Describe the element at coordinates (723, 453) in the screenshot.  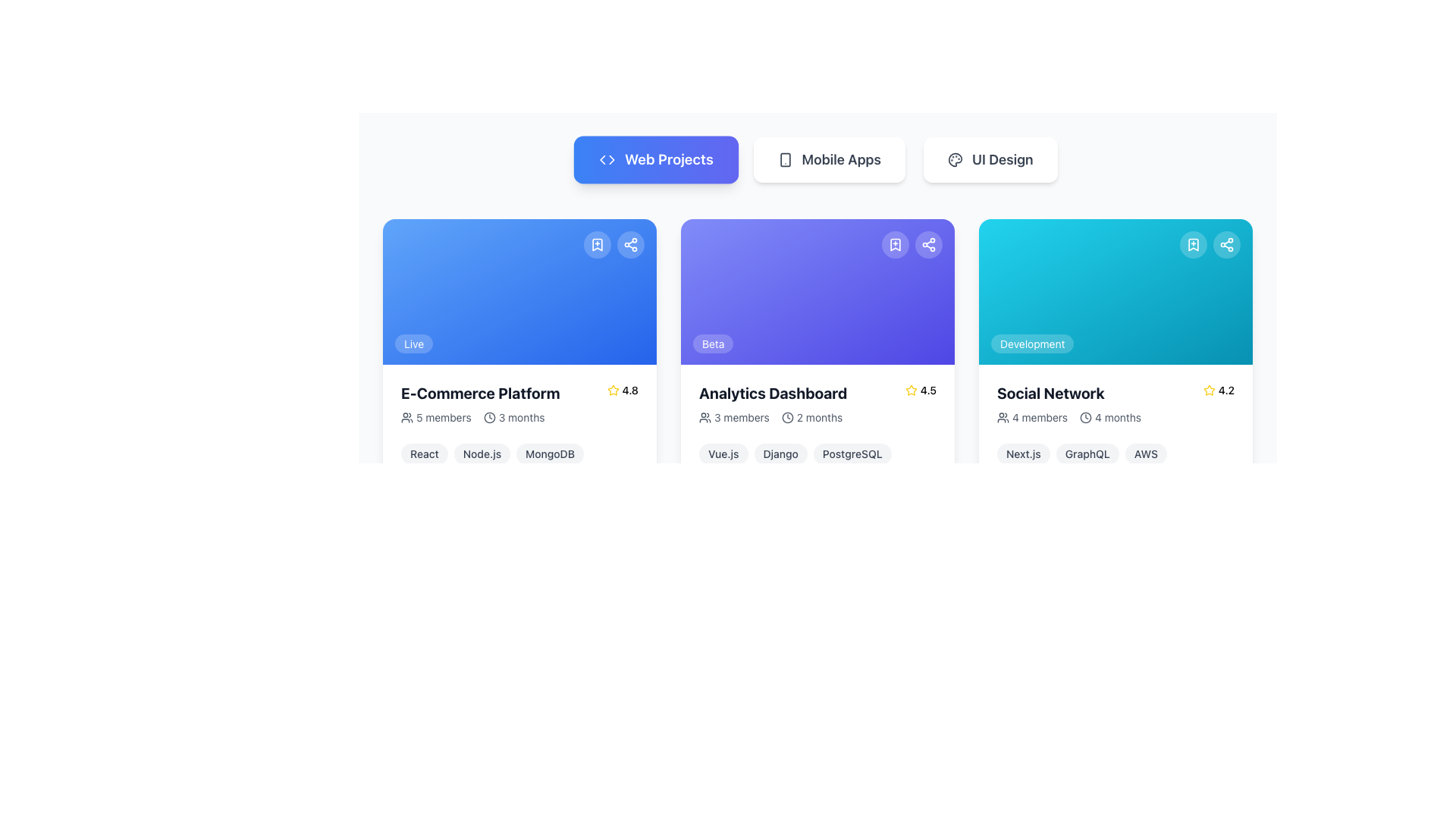
I see `the small, pill-shaped label displaying 'Vue.js' with a light gray background and darker gray text, located in the center-bottom region of the 'Analytics Dashboard' card` at that location.